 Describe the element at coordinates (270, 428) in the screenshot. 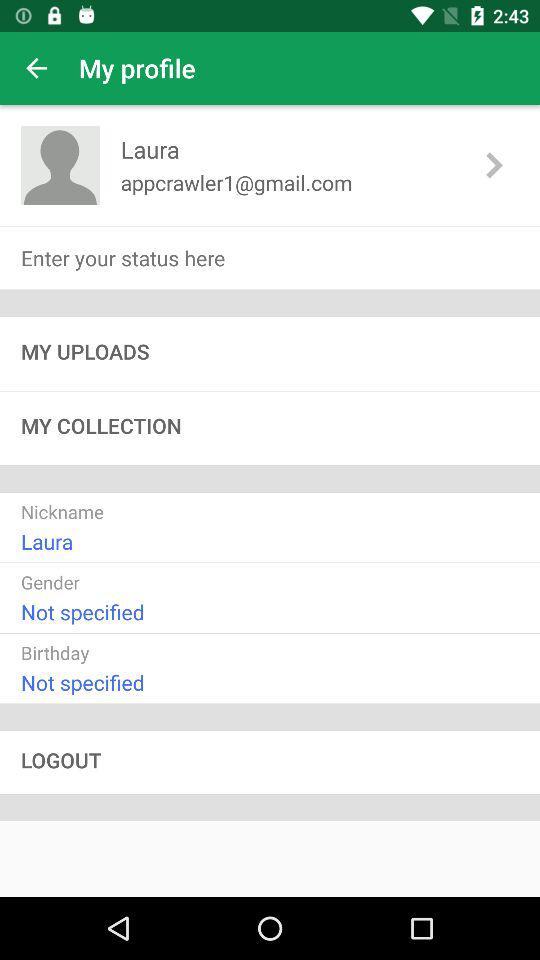

I see `the my collection item` at that location.